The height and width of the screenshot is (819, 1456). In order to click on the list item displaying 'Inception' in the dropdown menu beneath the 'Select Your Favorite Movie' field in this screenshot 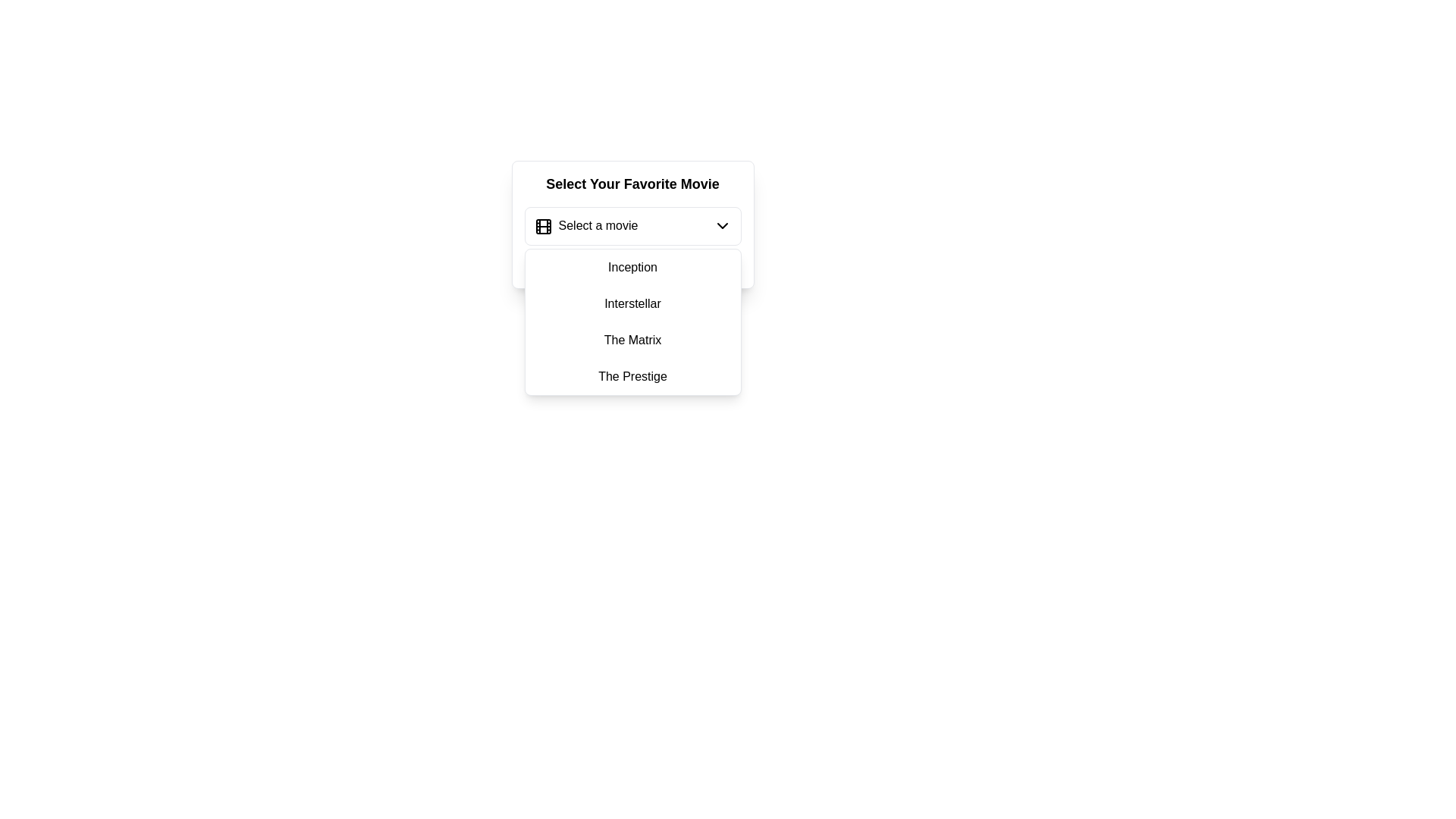, I will do `click(632, 266)`.